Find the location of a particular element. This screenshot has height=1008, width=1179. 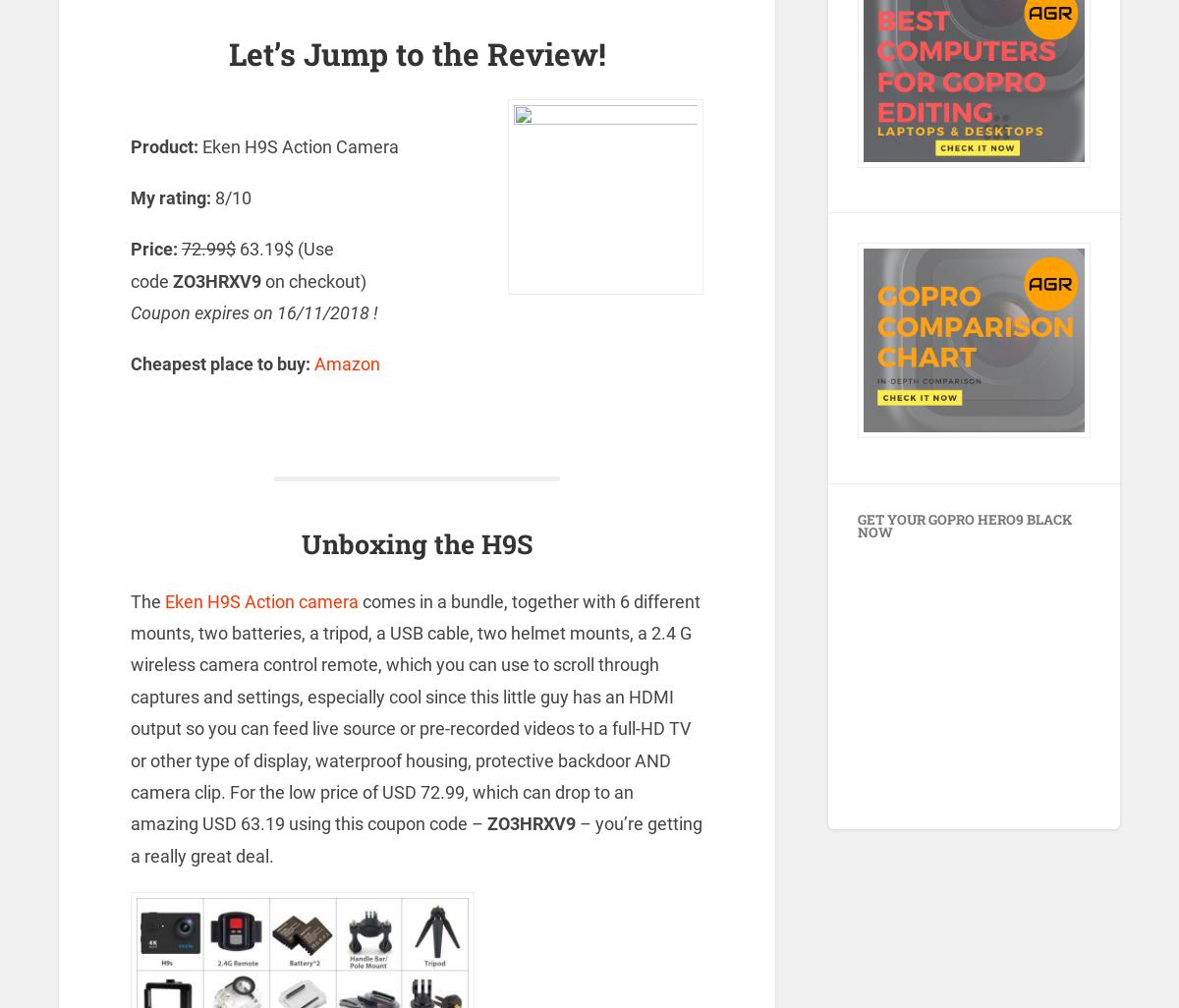

'Price:' is located at coordinates (152, 249).